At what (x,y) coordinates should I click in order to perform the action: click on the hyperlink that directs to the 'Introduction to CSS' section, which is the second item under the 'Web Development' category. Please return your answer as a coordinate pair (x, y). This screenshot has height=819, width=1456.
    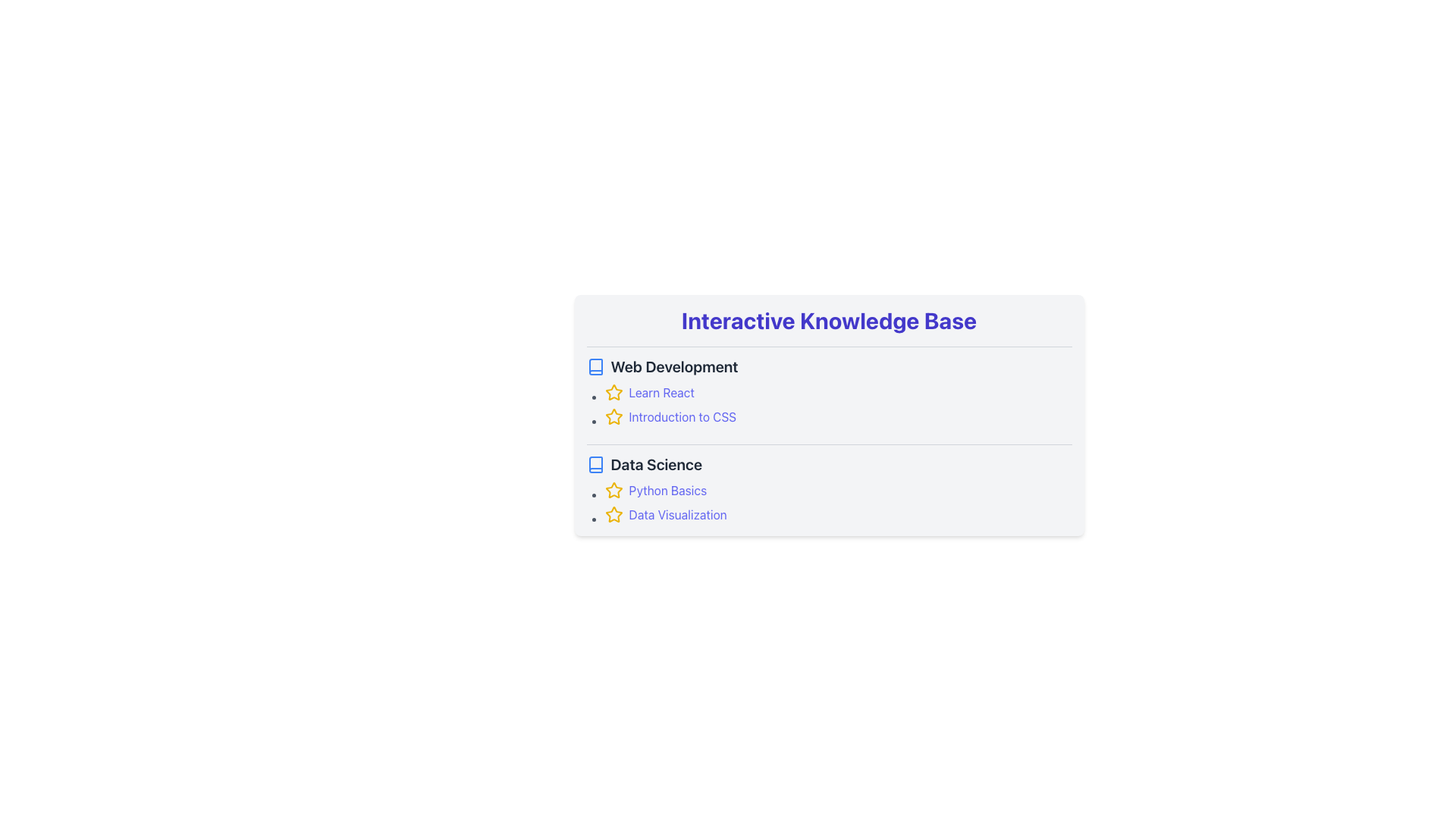
    Looking at the image, I should click on (837, 417).